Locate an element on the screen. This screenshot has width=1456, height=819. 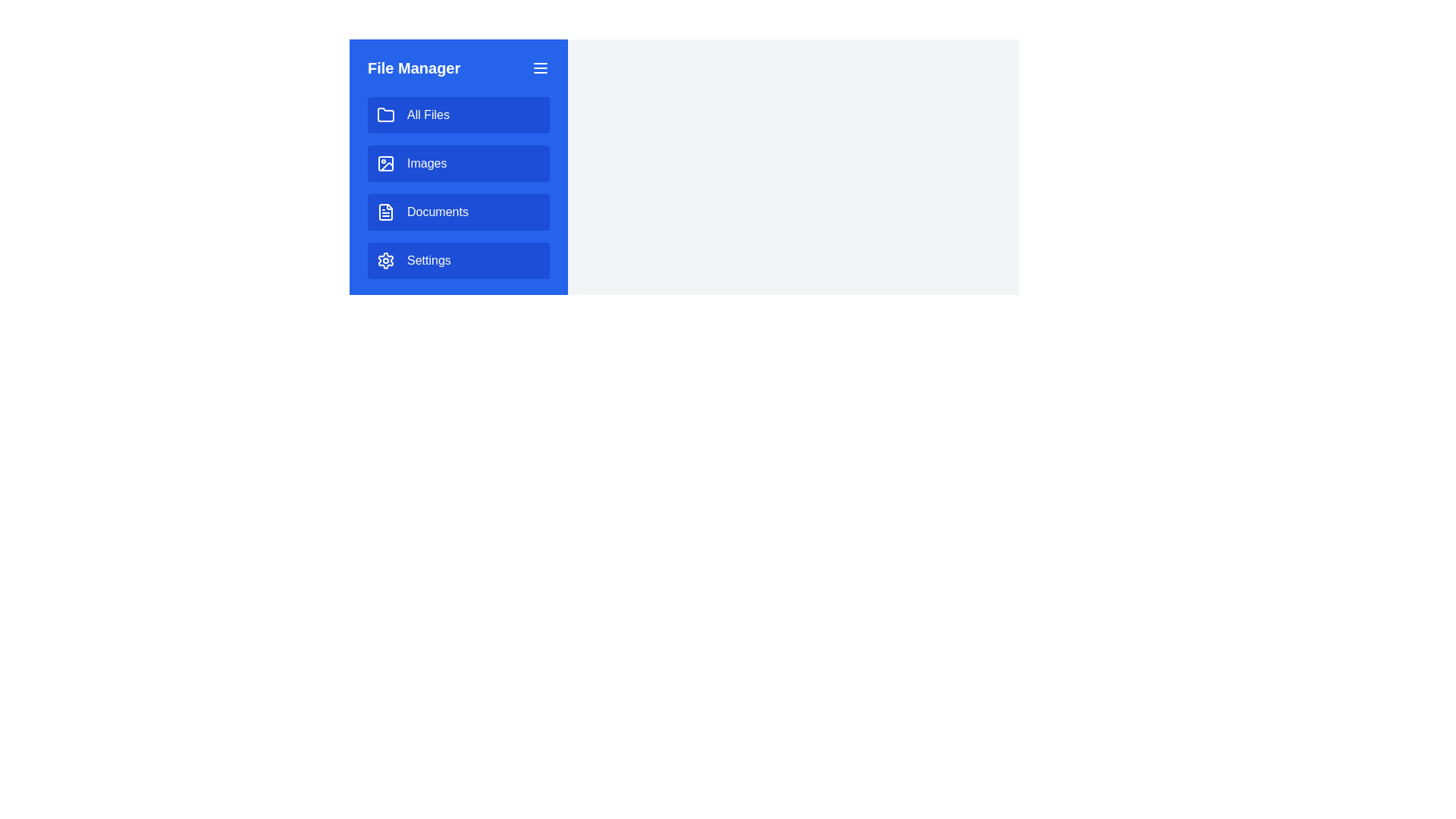
the navigation menu item labeled All Files is located at coordinates (457, 114).